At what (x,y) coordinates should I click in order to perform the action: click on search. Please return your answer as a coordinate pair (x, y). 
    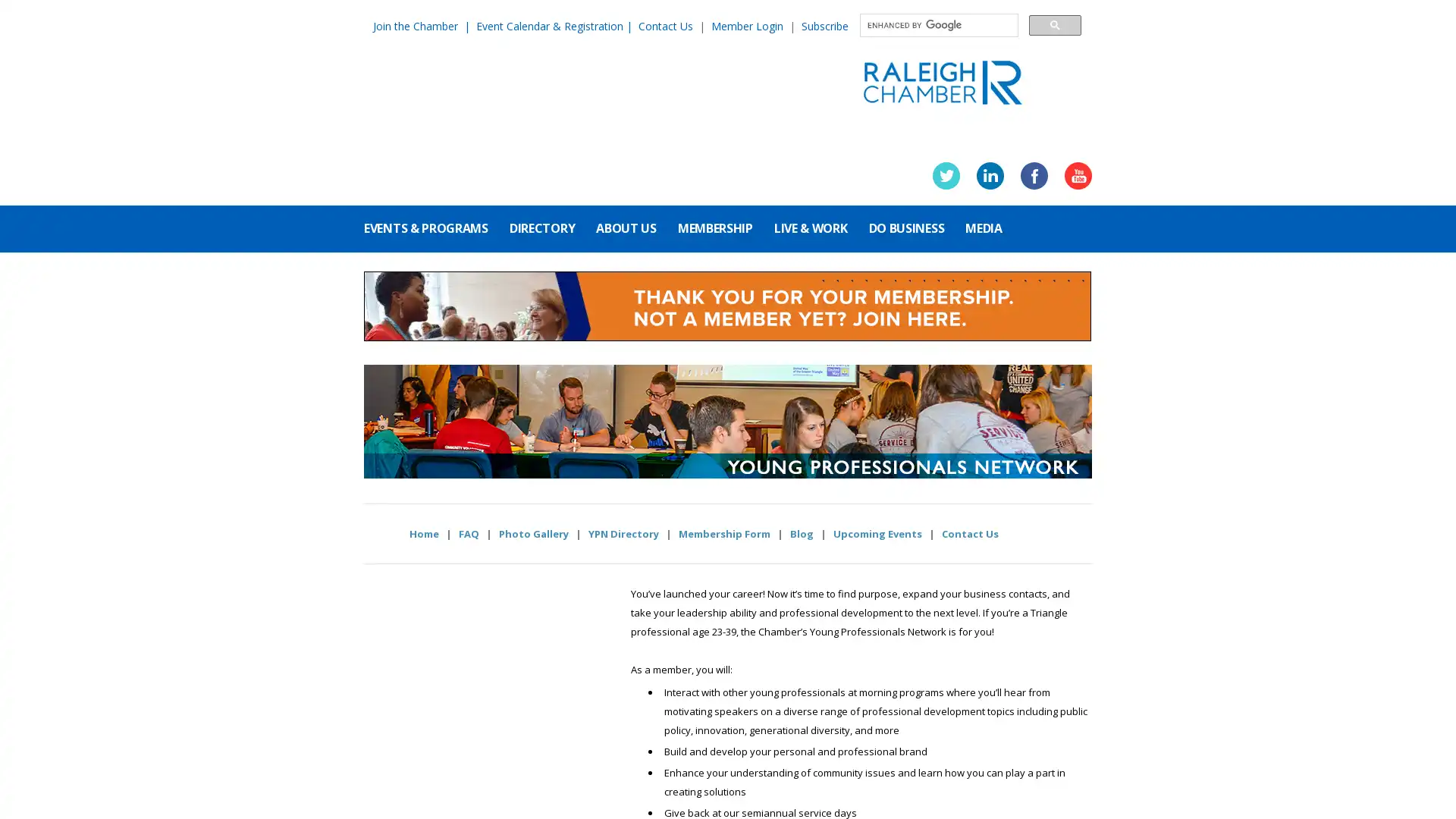
    Looking at the image, I should click on (1054, 24).